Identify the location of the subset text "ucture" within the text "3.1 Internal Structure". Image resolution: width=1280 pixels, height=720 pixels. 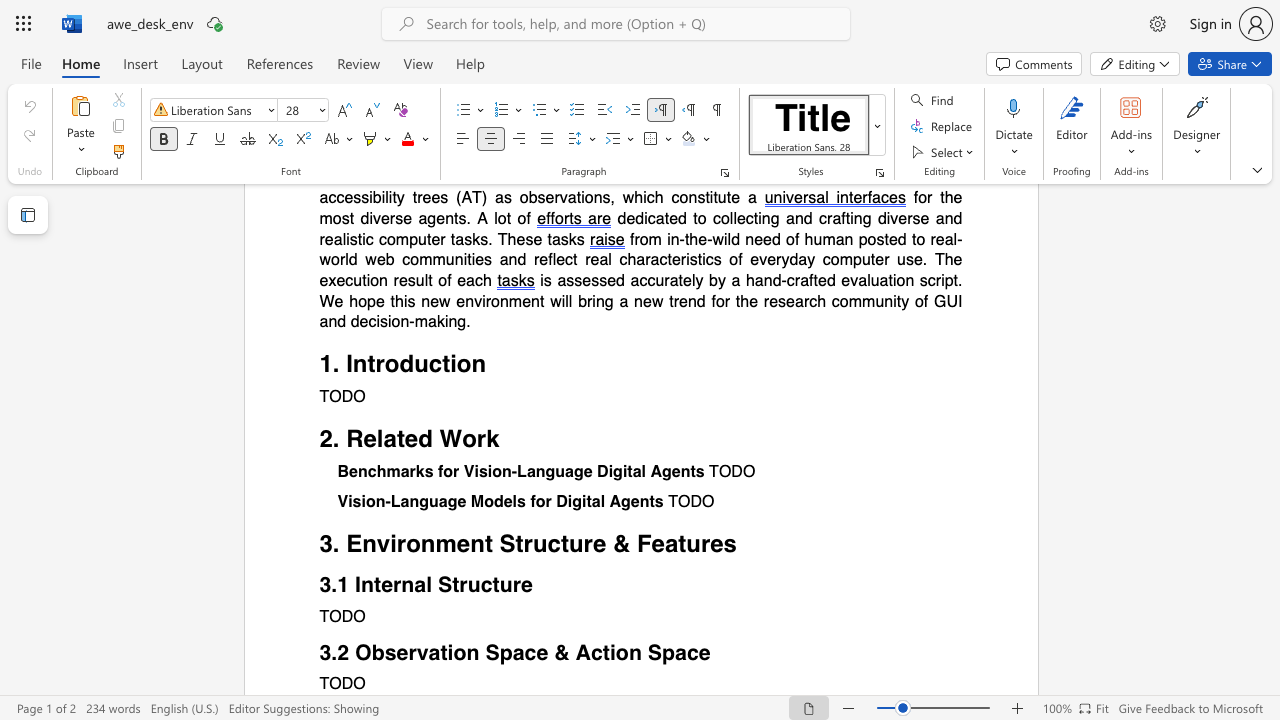
(466, 584).